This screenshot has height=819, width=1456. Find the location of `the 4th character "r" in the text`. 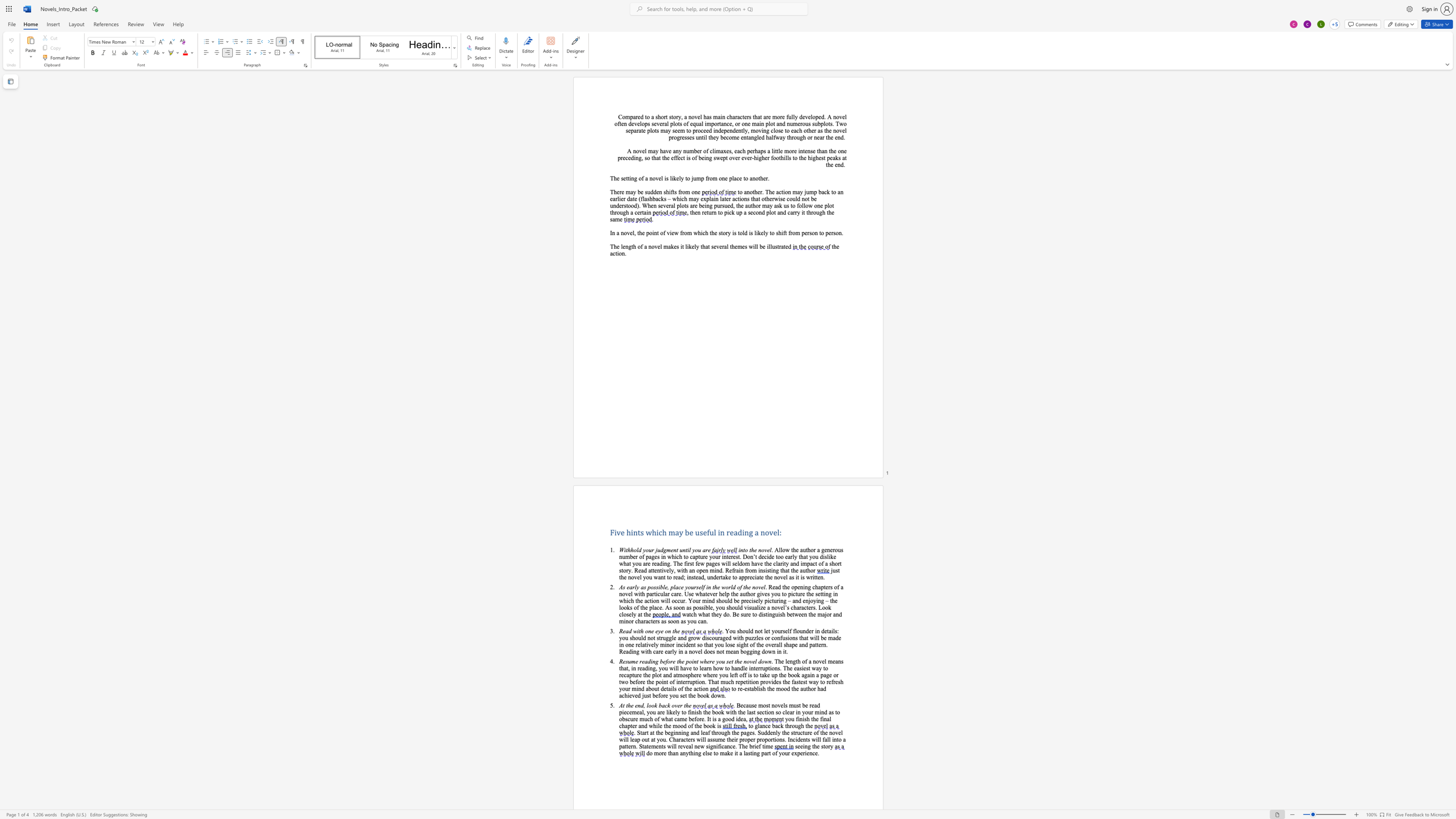

the 4th character "r" in the text is located at coordinates (796, 211).